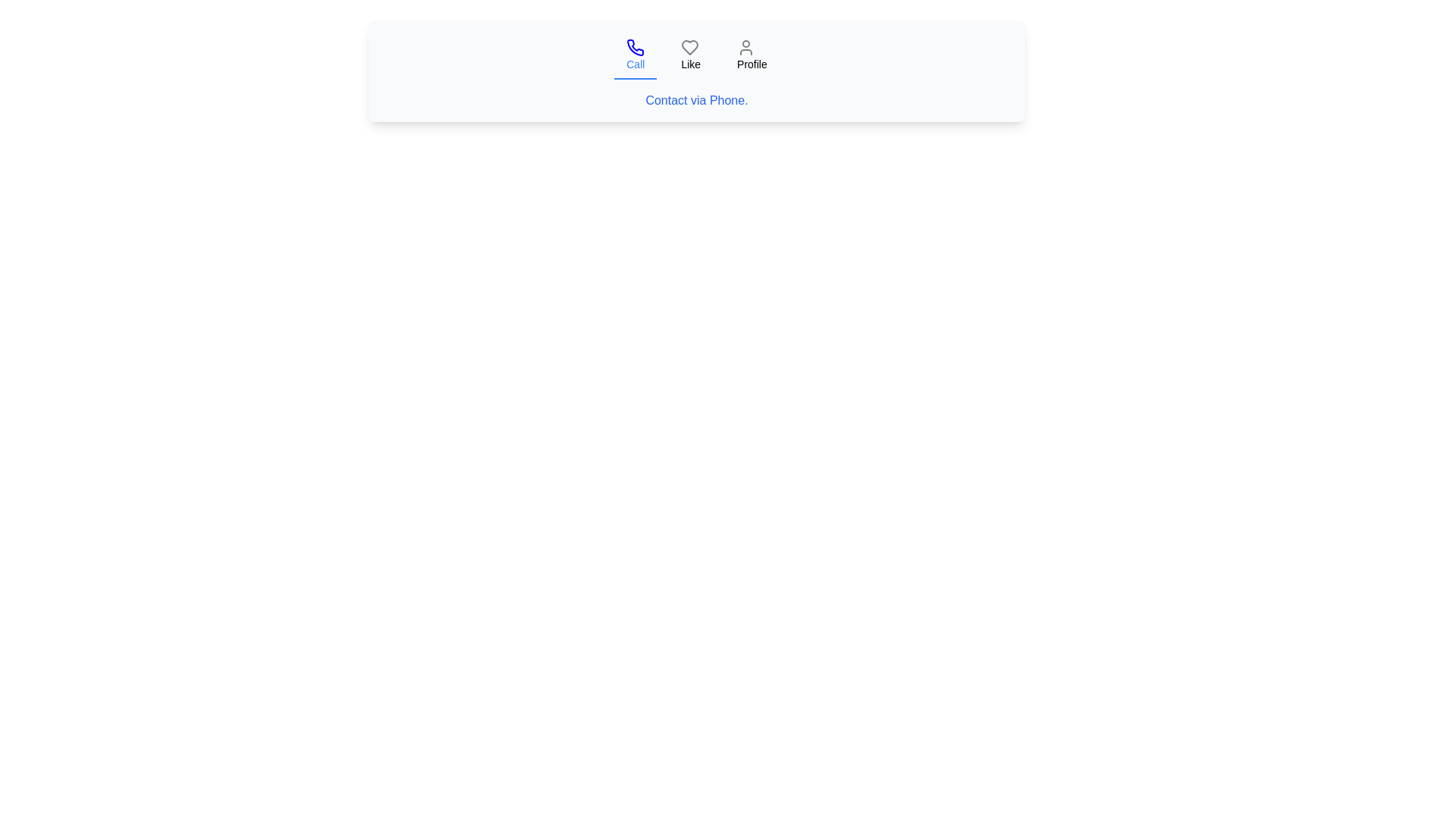 The height and width of the screenshot is (819, 1456). What do you see at coordinates (689, 46) in the screenshot?
I see `the heart icon that represents the 'Like' or 'Favorite' action, located between the 'Call' icon and the 'Profile' icon in the navigation bar` at bounding box center [689, 46].